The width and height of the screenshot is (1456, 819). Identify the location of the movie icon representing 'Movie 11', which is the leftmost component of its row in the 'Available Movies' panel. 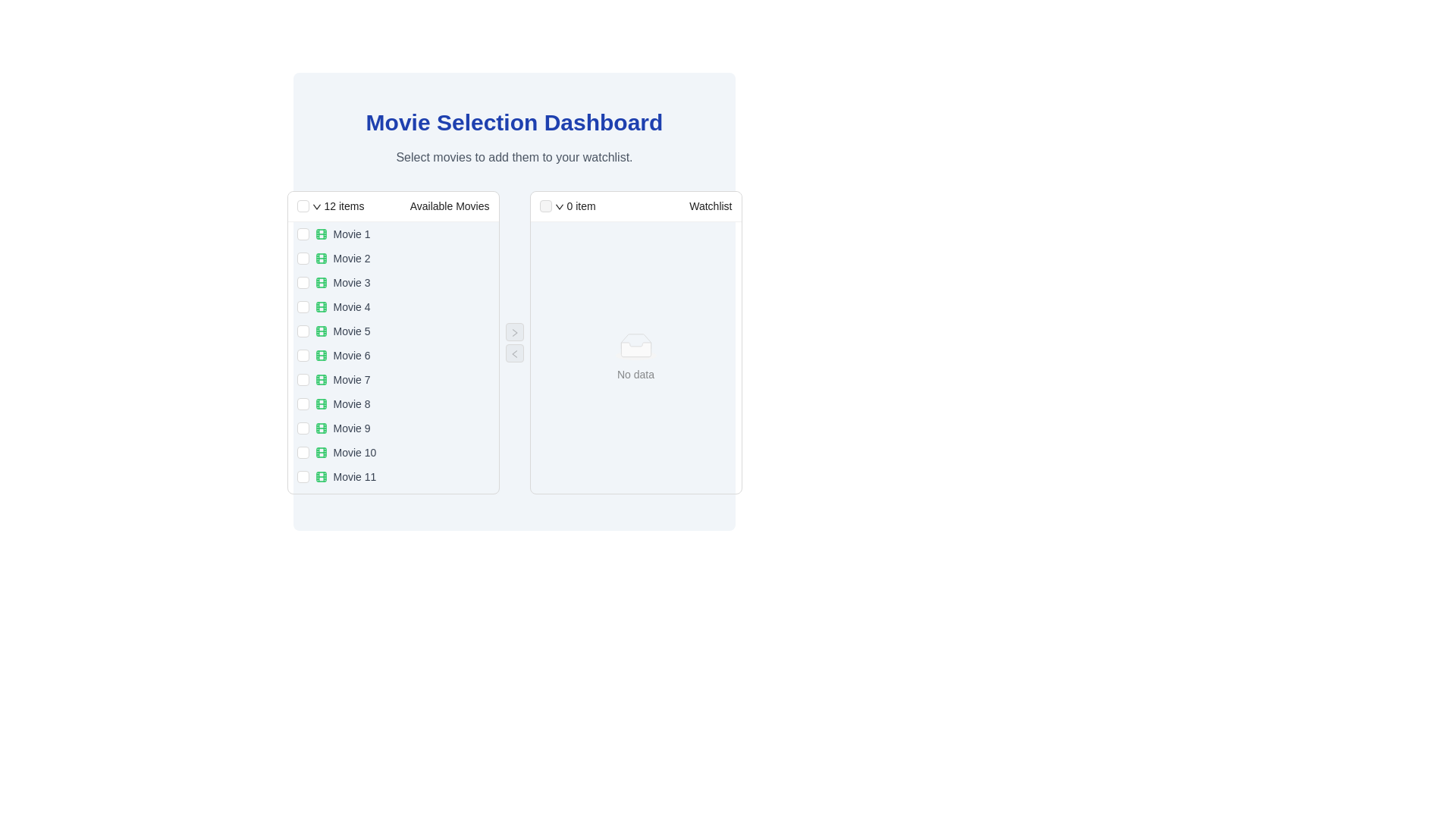
(320, 475).